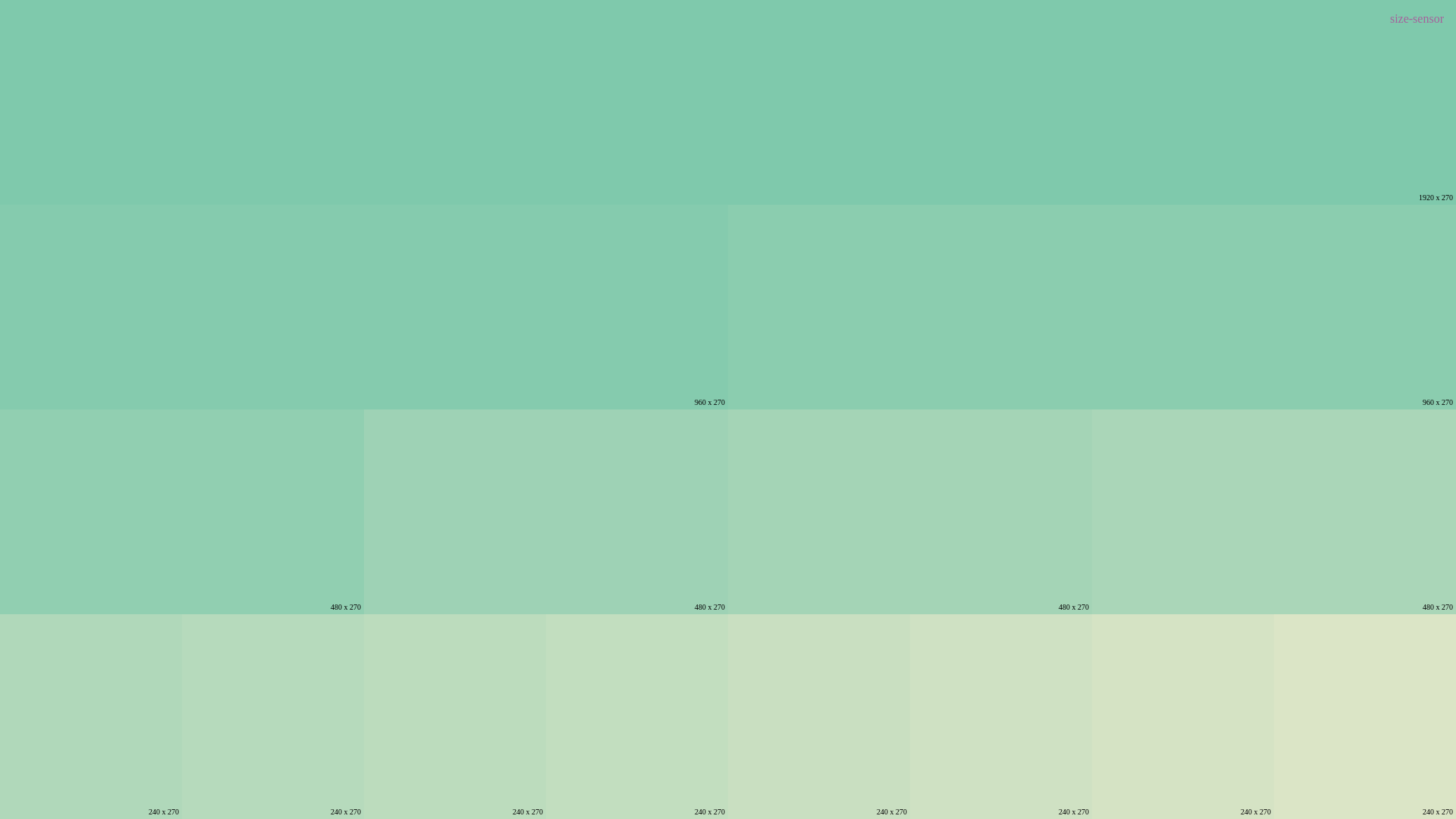 The height and width of the screenshot is (819, 1456). I want to click on 'size-sensor', so click(1416, 18).